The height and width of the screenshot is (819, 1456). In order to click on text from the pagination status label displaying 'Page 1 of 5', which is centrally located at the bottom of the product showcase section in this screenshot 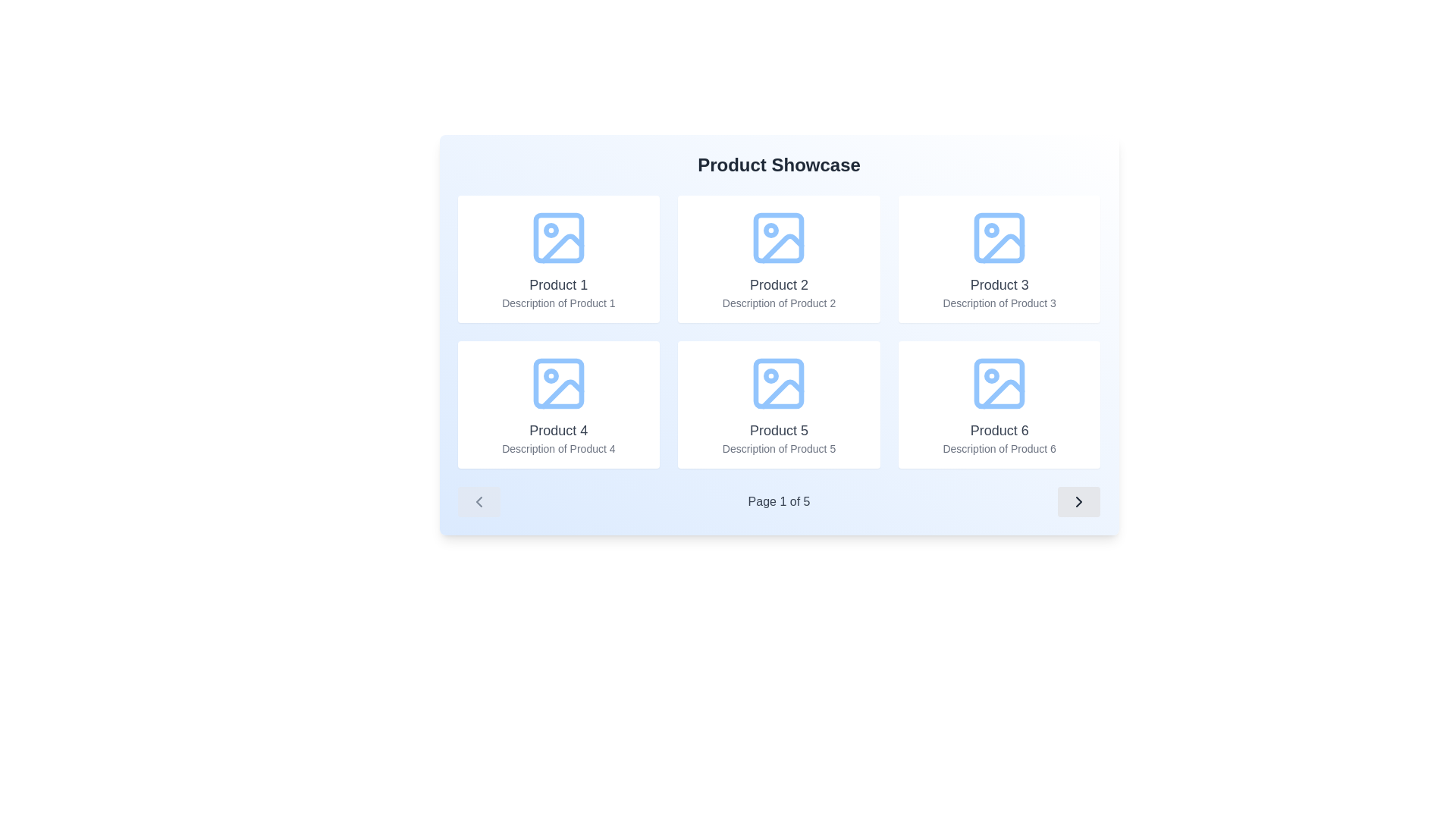, I will do `click(779, 502)`.